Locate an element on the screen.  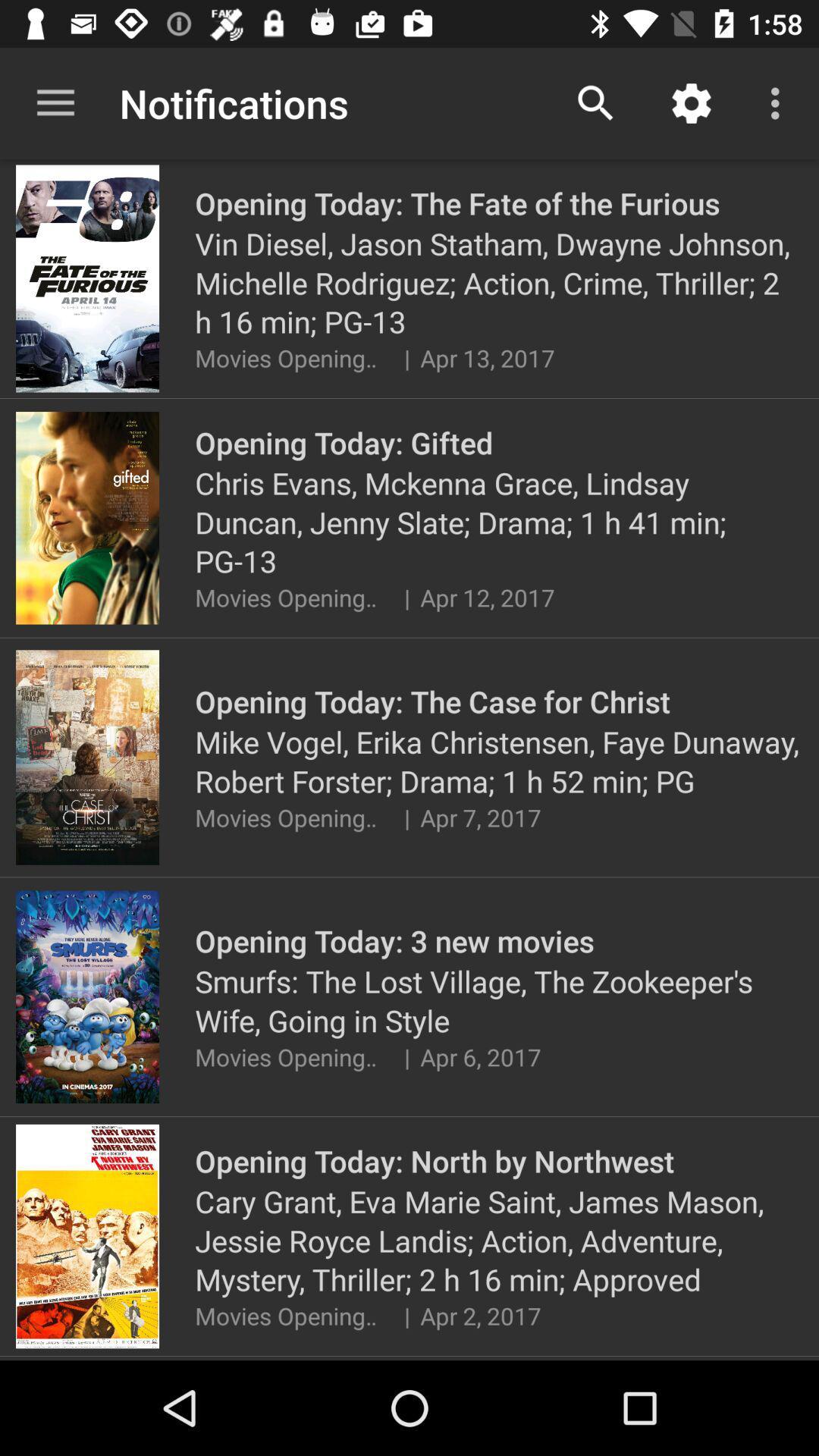
| item is located at coordinates (406, 357).